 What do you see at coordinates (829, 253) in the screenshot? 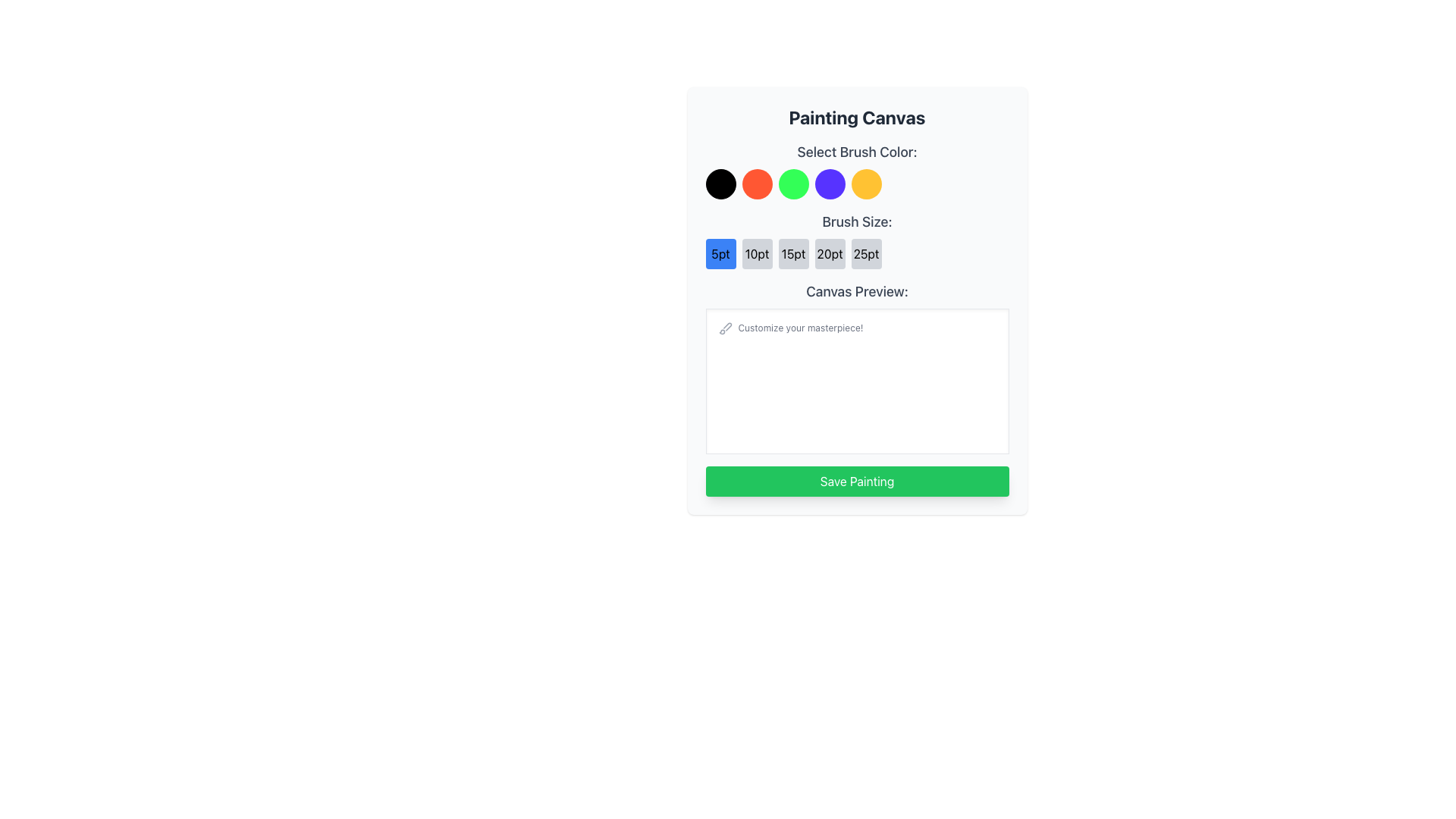
I see `the fourth button in the horizontal row of brush size options located under the label 'Brush Size:'` at bounding box center [829, 253].